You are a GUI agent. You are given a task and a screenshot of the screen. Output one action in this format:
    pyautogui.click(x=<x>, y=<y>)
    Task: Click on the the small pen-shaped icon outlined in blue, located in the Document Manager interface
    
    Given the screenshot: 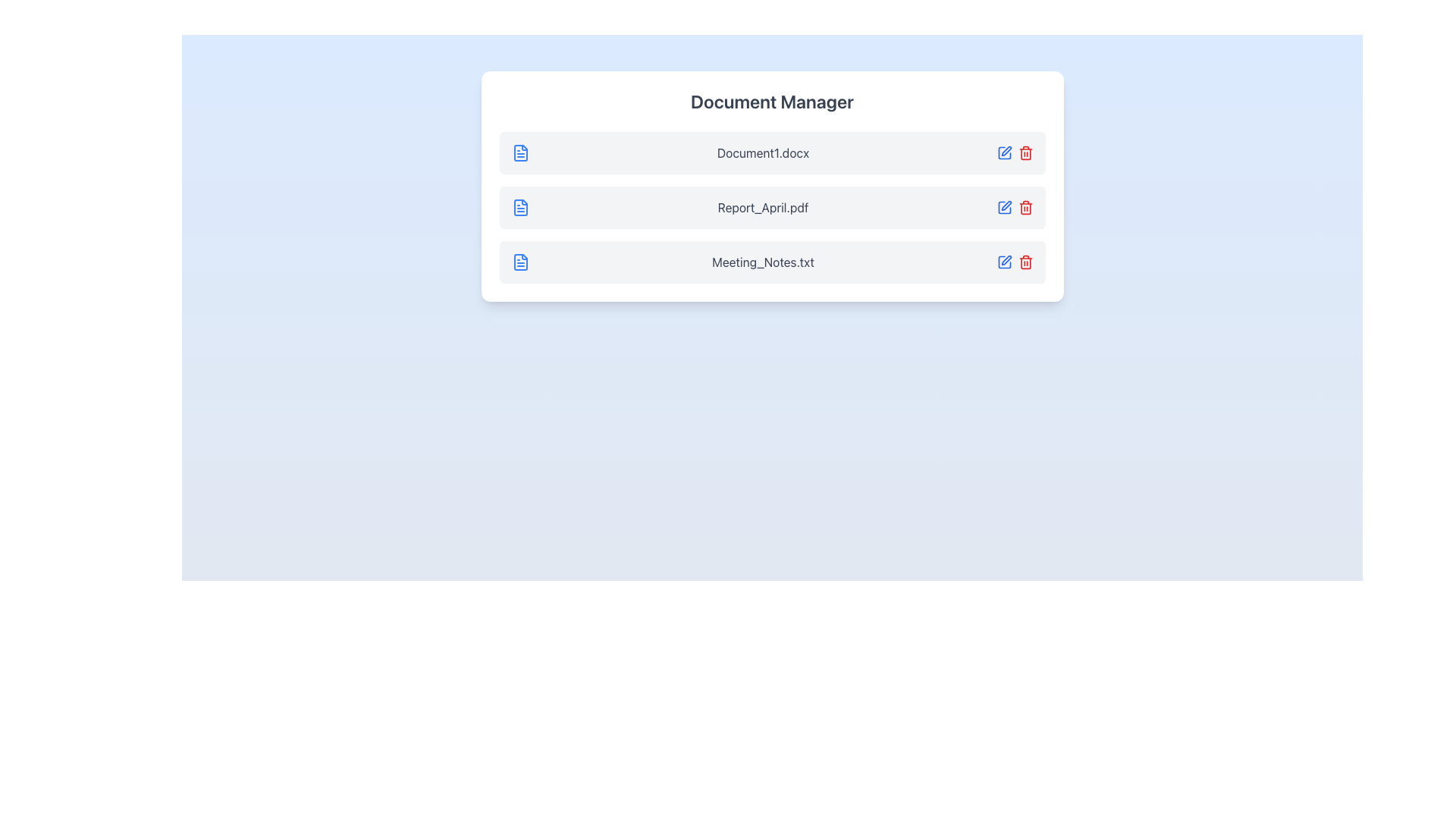 What is the action you would take?
    pyautogui.click(x=1006, y=206)
    